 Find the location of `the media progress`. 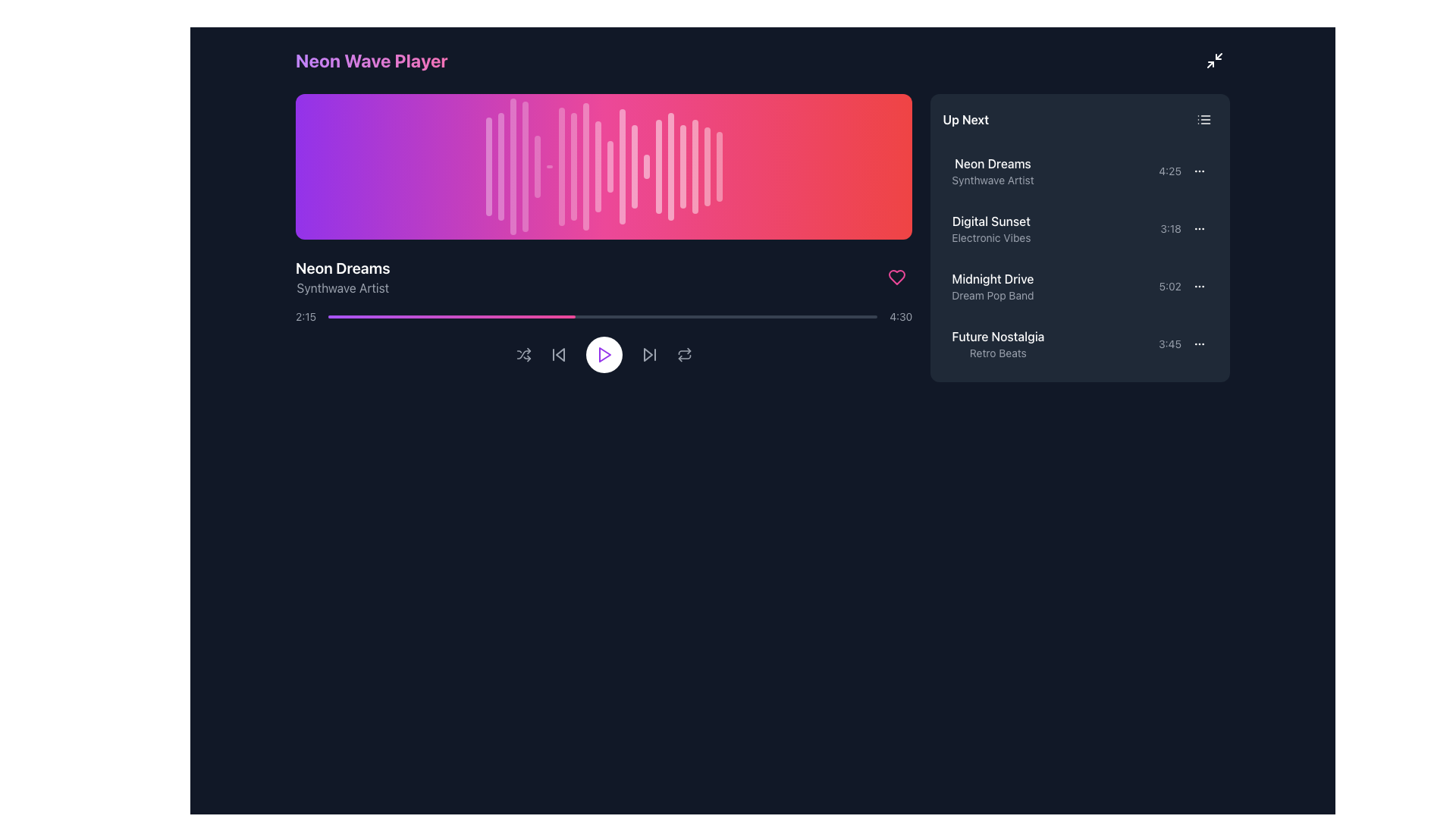

the media progress is located at coordinates (711, 315).